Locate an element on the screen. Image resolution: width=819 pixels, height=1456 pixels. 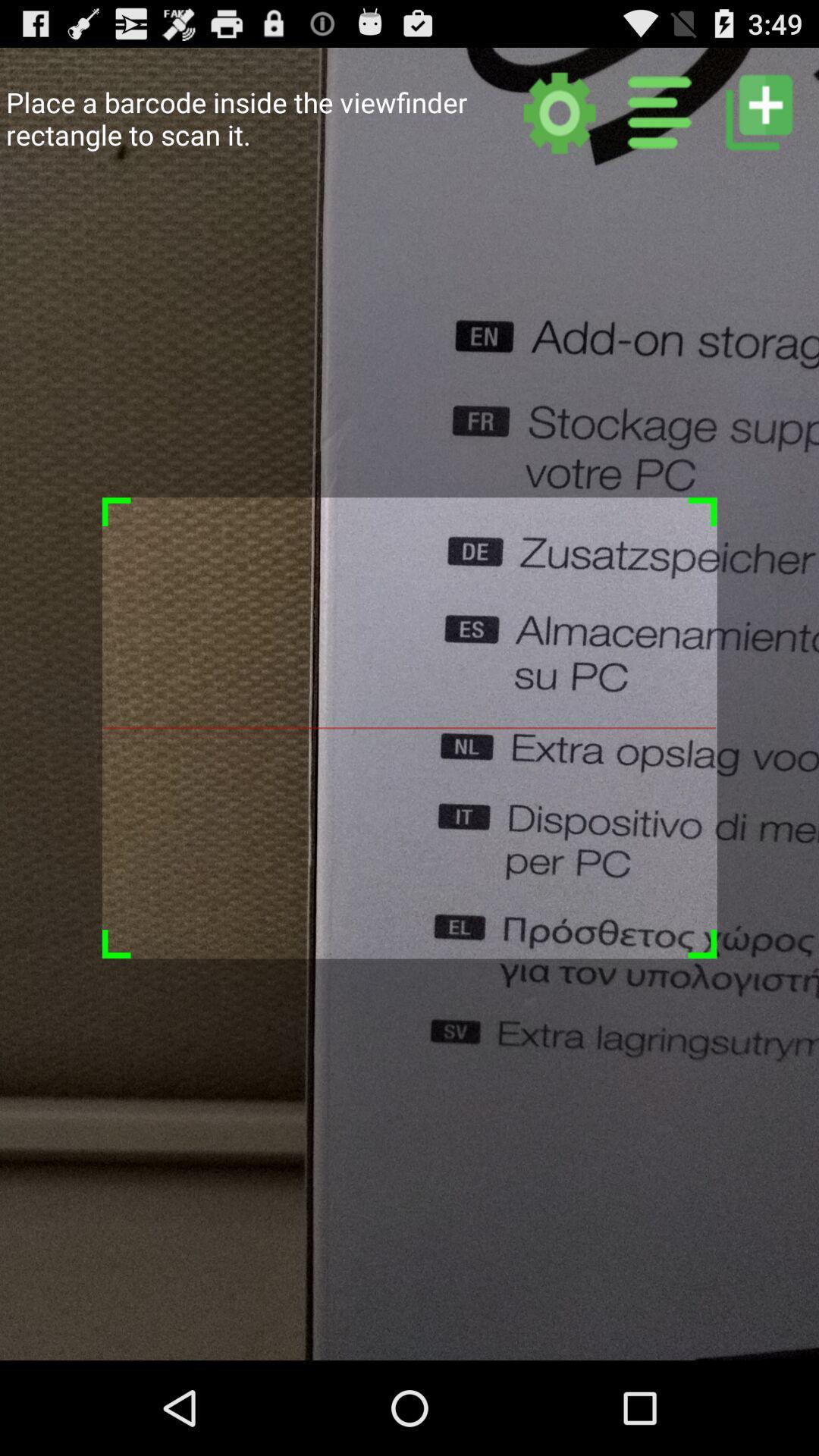
open settings is located at coordinates (560, 111).